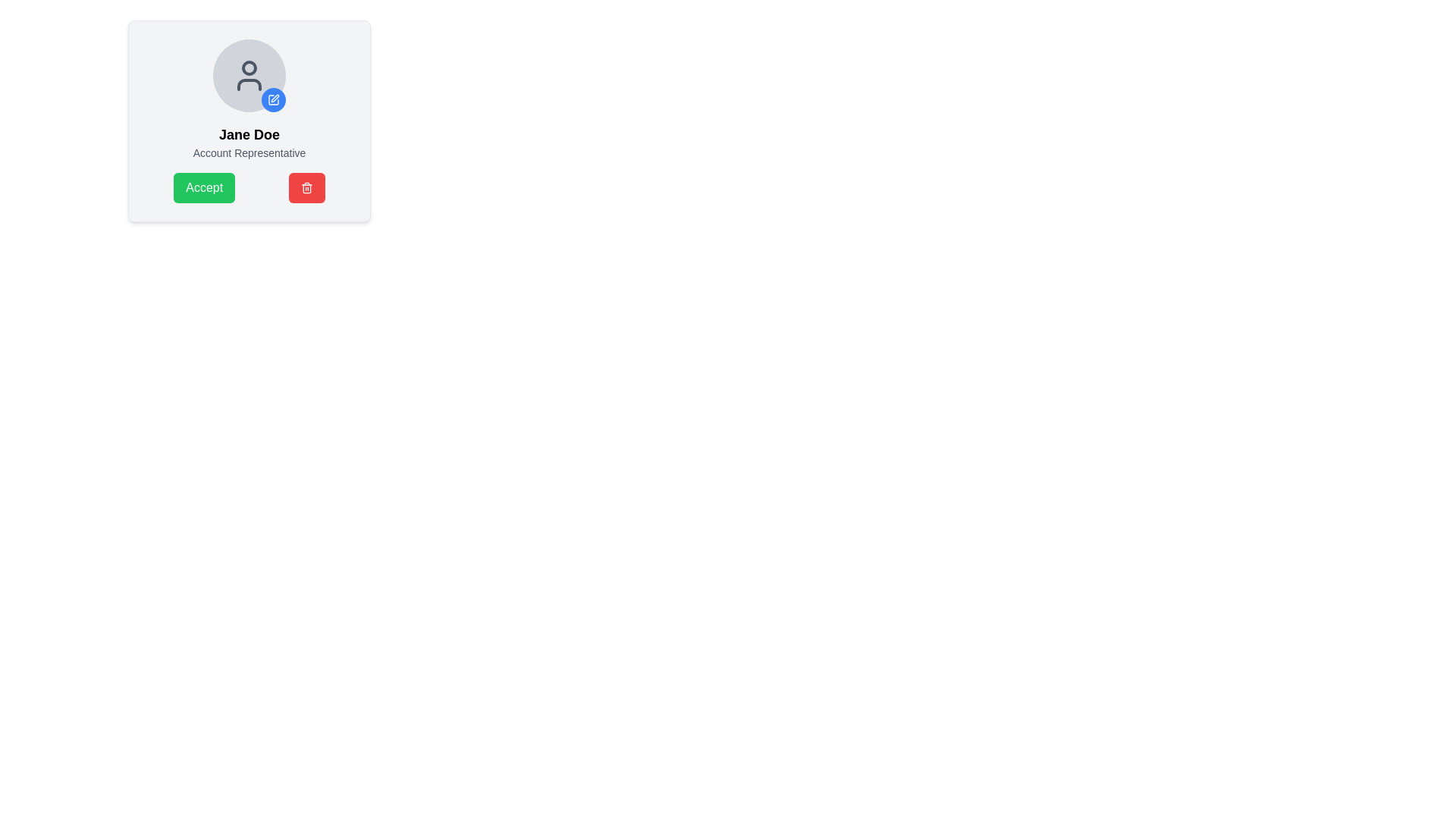 Image resolution: width=1456 pixels, height=819 pixels. I want to click on the pencil icon located at the upper right of Jane Doe's user card, which symbolizes an editing feature, so click(275, 99).